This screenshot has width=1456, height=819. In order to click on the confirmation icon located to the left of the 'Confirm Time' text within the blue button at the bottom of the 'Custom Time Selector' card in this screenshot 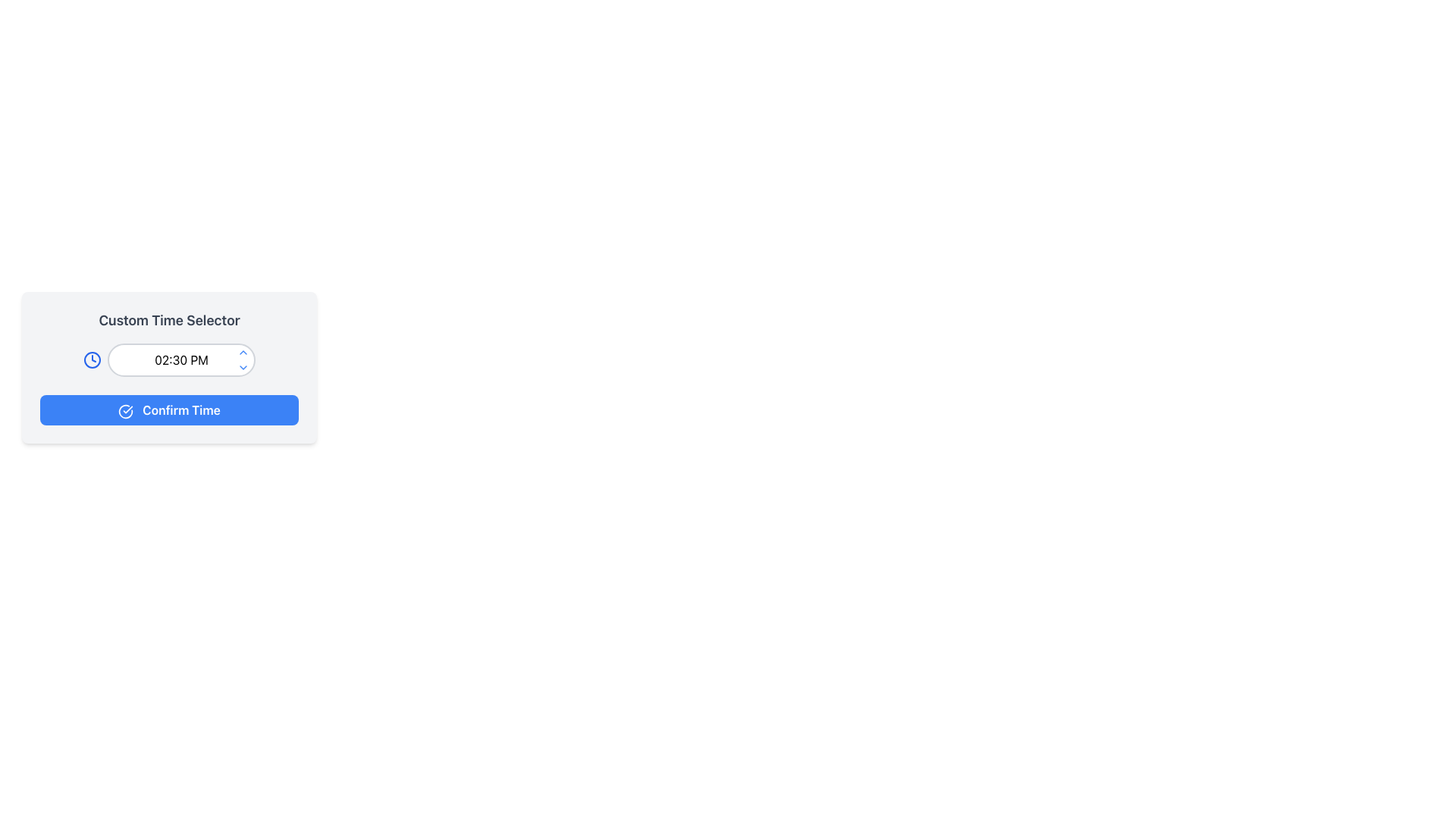, I will do `click(126, 411)`.